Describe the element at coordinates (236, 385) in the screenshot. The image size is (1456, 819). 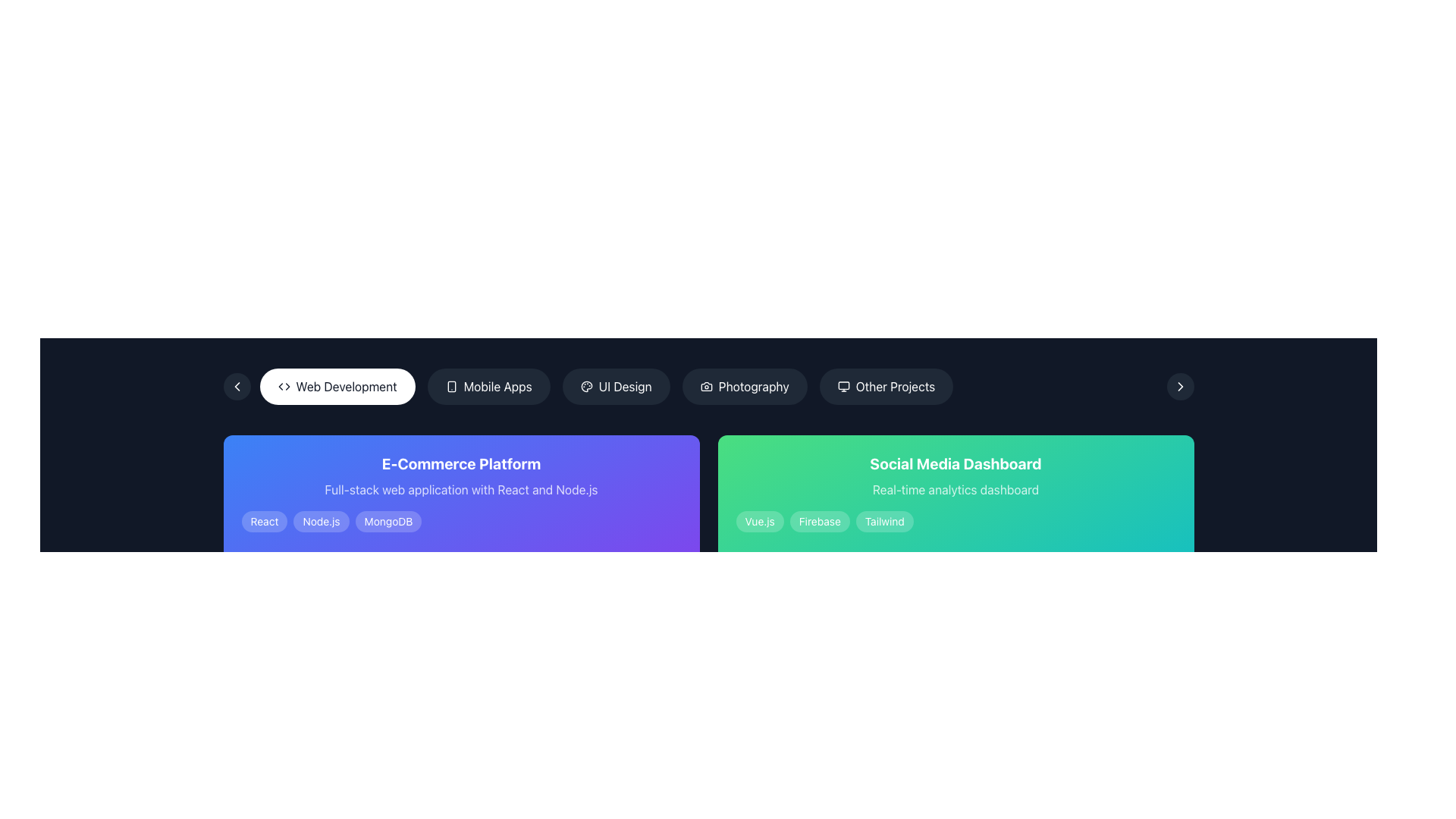
I see `the button located at the leftmost side of the navigation bar, adjacent to the 'Web Development' category` at that location.